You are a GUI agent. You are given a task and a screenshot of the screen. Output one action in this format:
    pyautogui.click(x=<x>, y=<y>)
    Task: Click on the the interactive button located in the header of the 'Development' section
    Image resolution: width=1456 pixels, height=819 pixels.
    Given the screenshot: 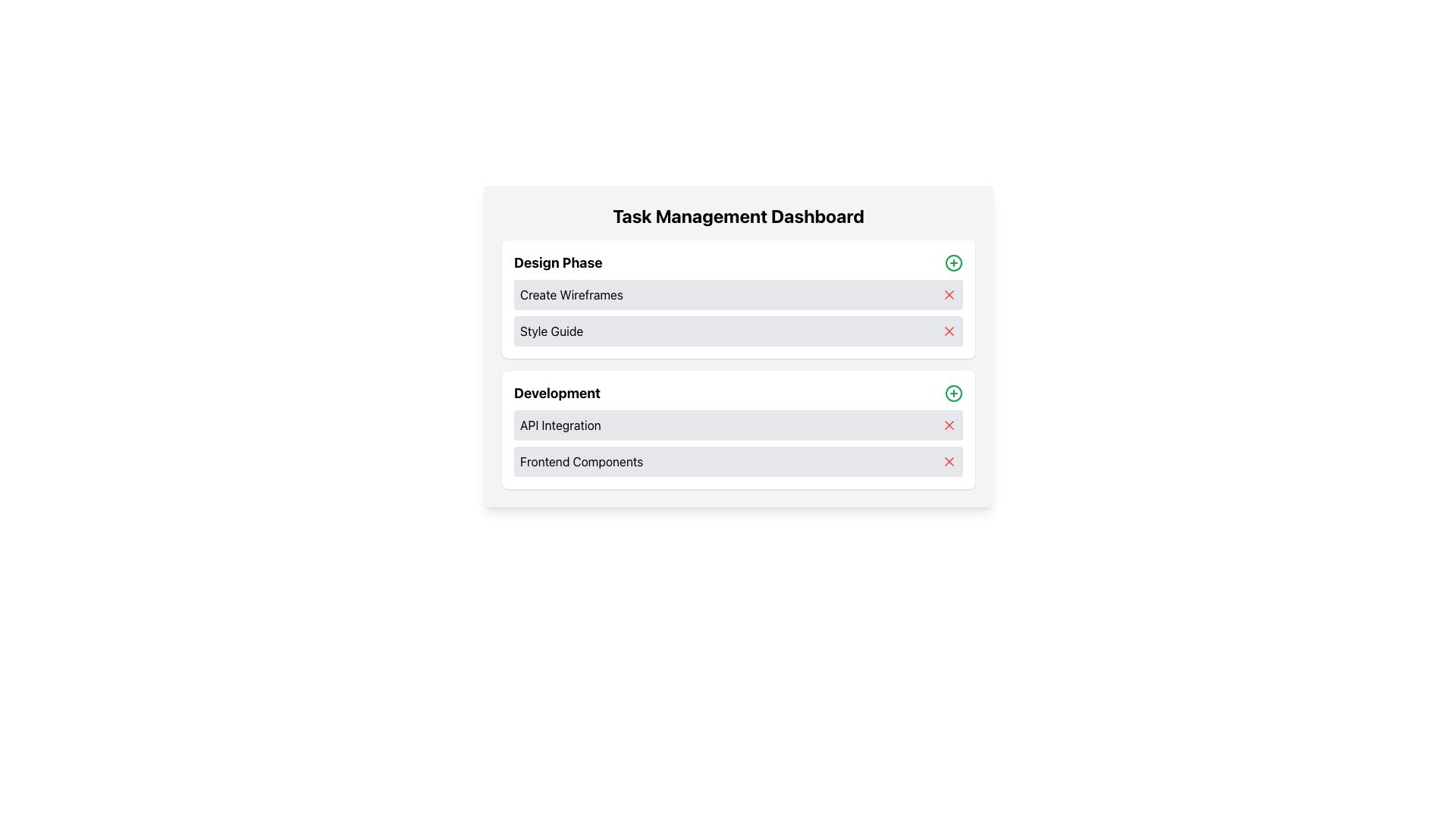 What is the action you would take?
    pyautogui.click(x=952, y=393)
    